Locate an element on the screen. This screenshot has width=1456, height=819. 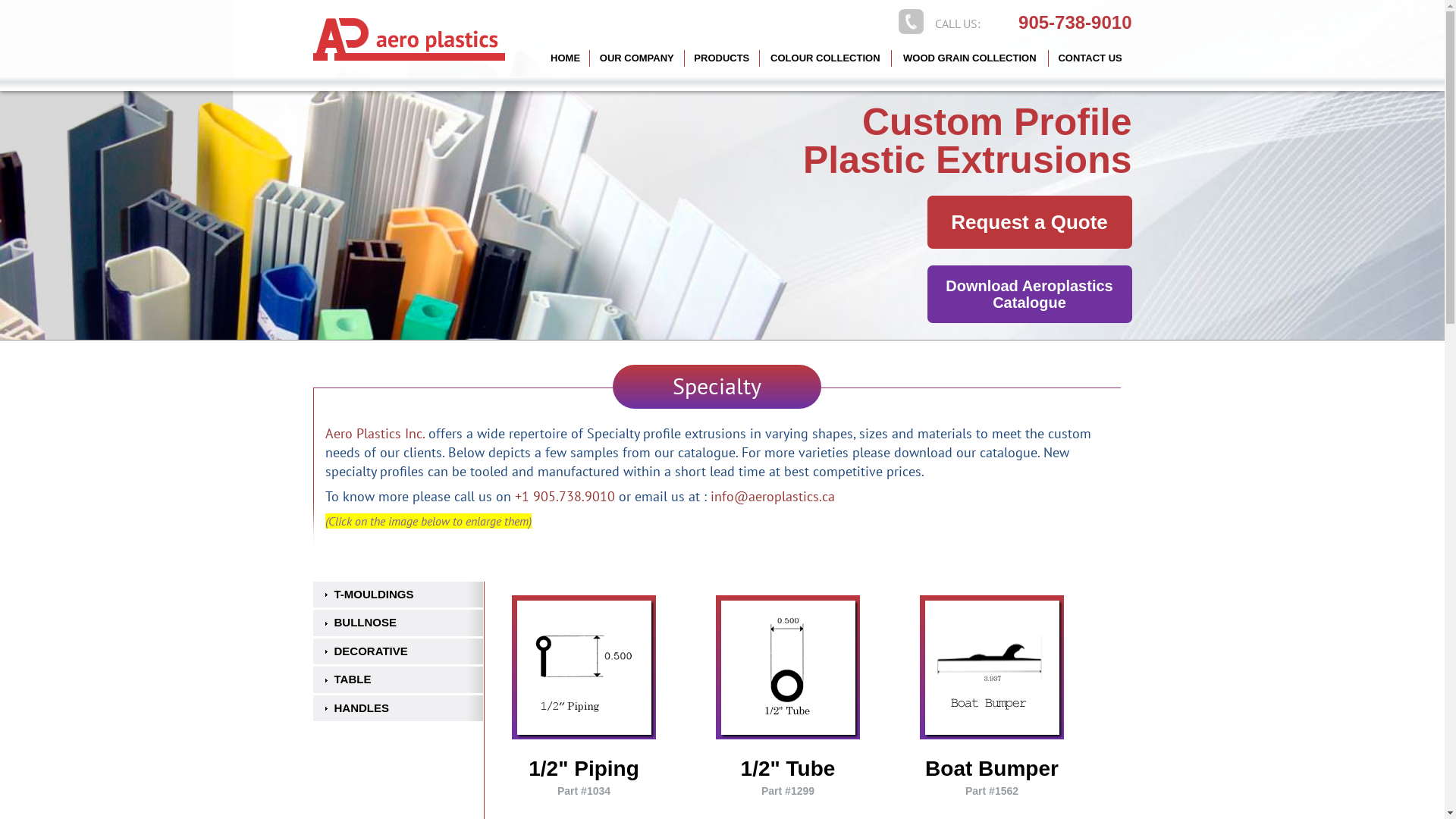
'BULLNOSE' is located at coordinates (397, 623).